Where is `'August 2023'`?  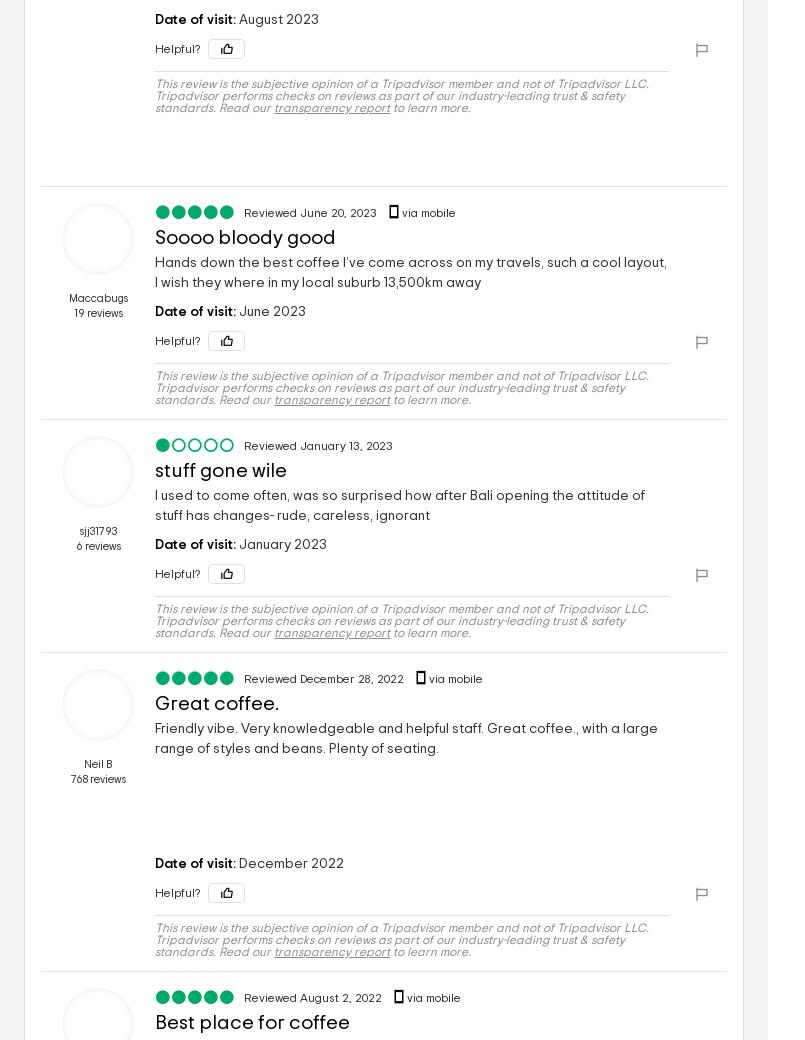 'August 2023' is located at coordinates (277, 18).